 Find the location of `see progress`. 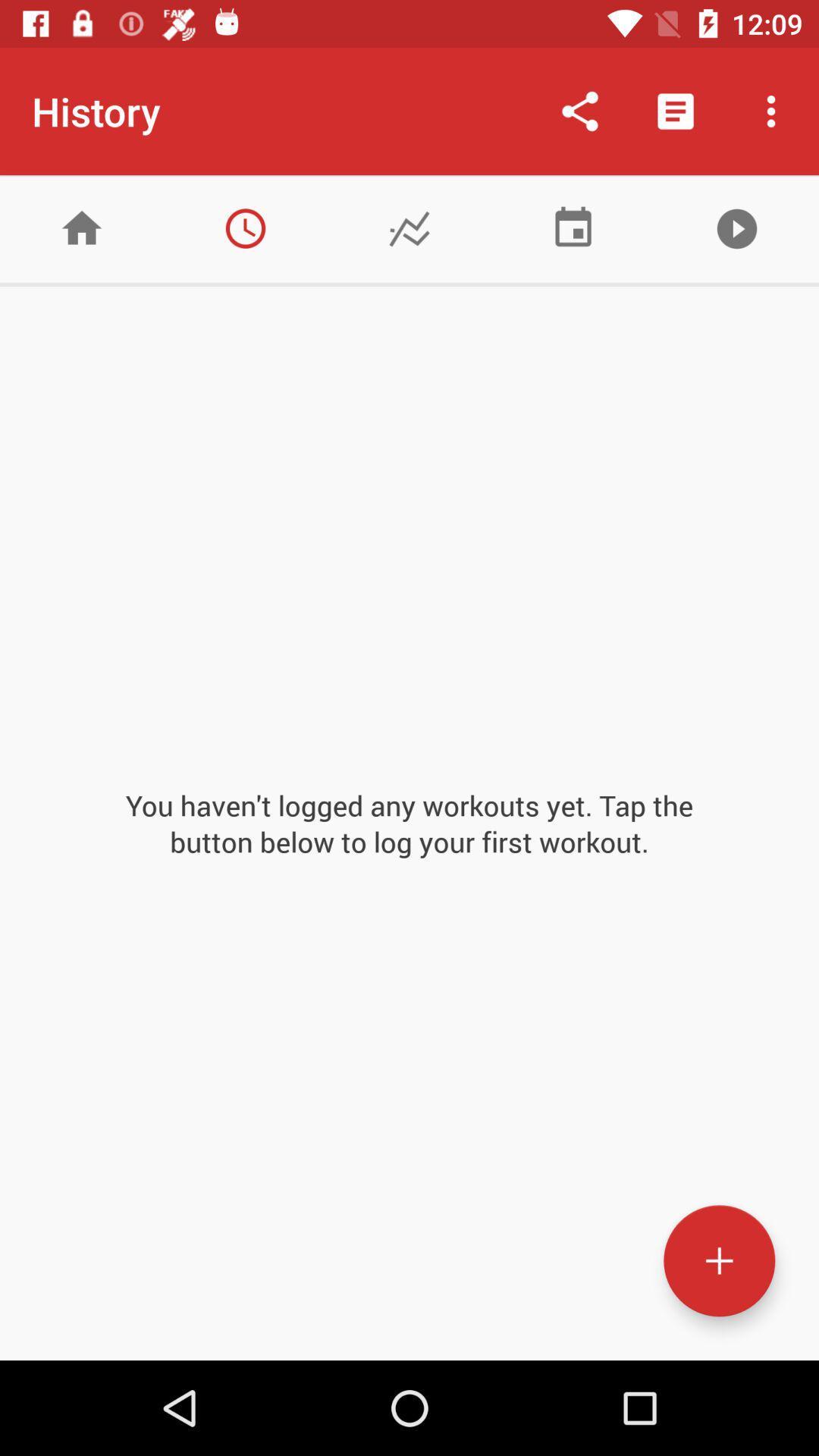

see progress is located at coordinates (409, 227).